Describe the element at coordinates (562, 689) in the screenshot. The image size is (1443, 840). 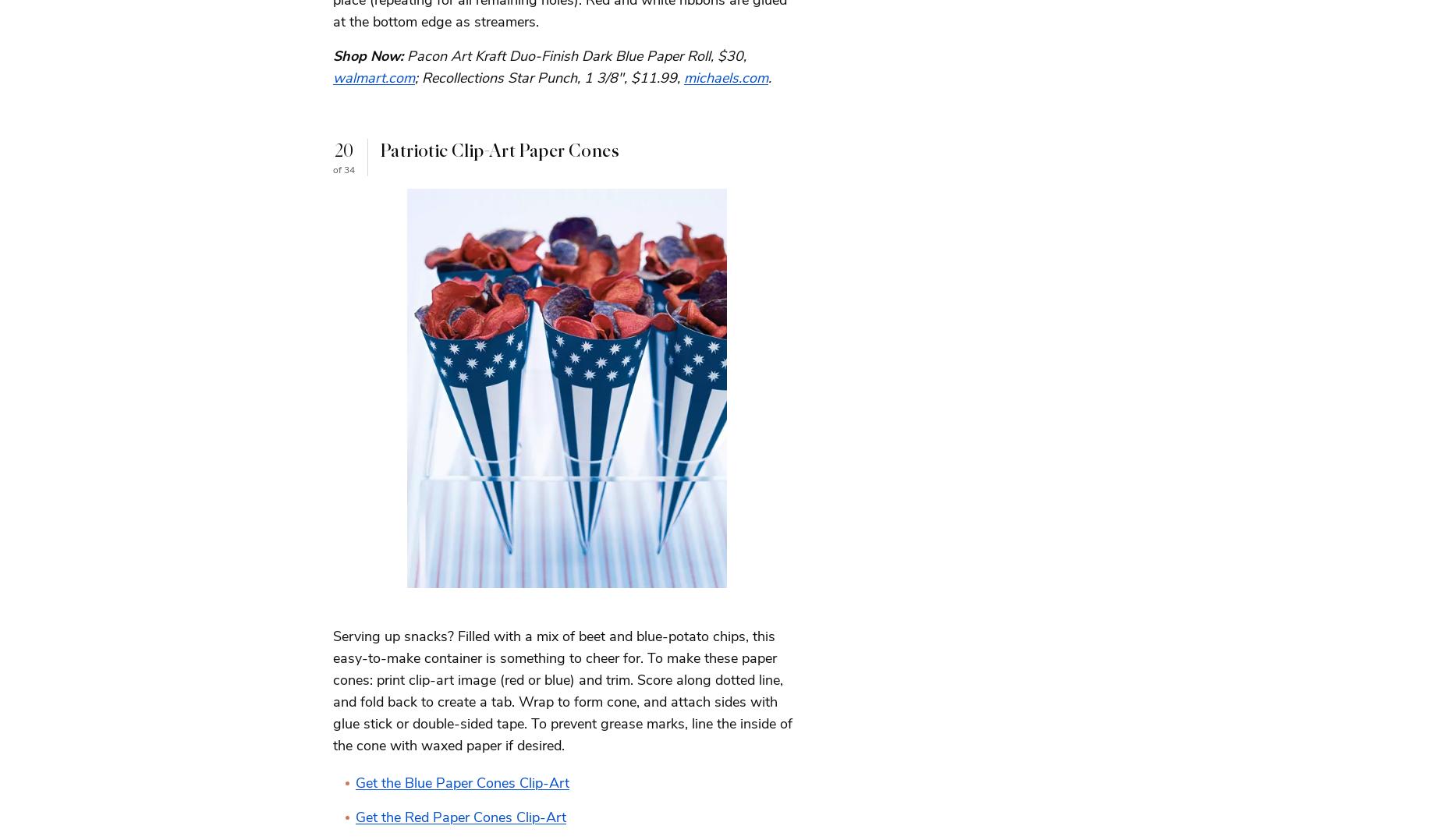
I see `'Serving up snacks? Filled with a mix of beet and blue-potato chips, this easy-to-make container is something to cheer for. To make these paper cones: print clip-art image (red or blue) and trim. Score along dotted line, and fold back to create a tab. Wrap to form cone, and attach sides with glue stick or double-sided tape. To prevent grease marks, line the inside of the cone with waxed paper if desired.'` at that location.